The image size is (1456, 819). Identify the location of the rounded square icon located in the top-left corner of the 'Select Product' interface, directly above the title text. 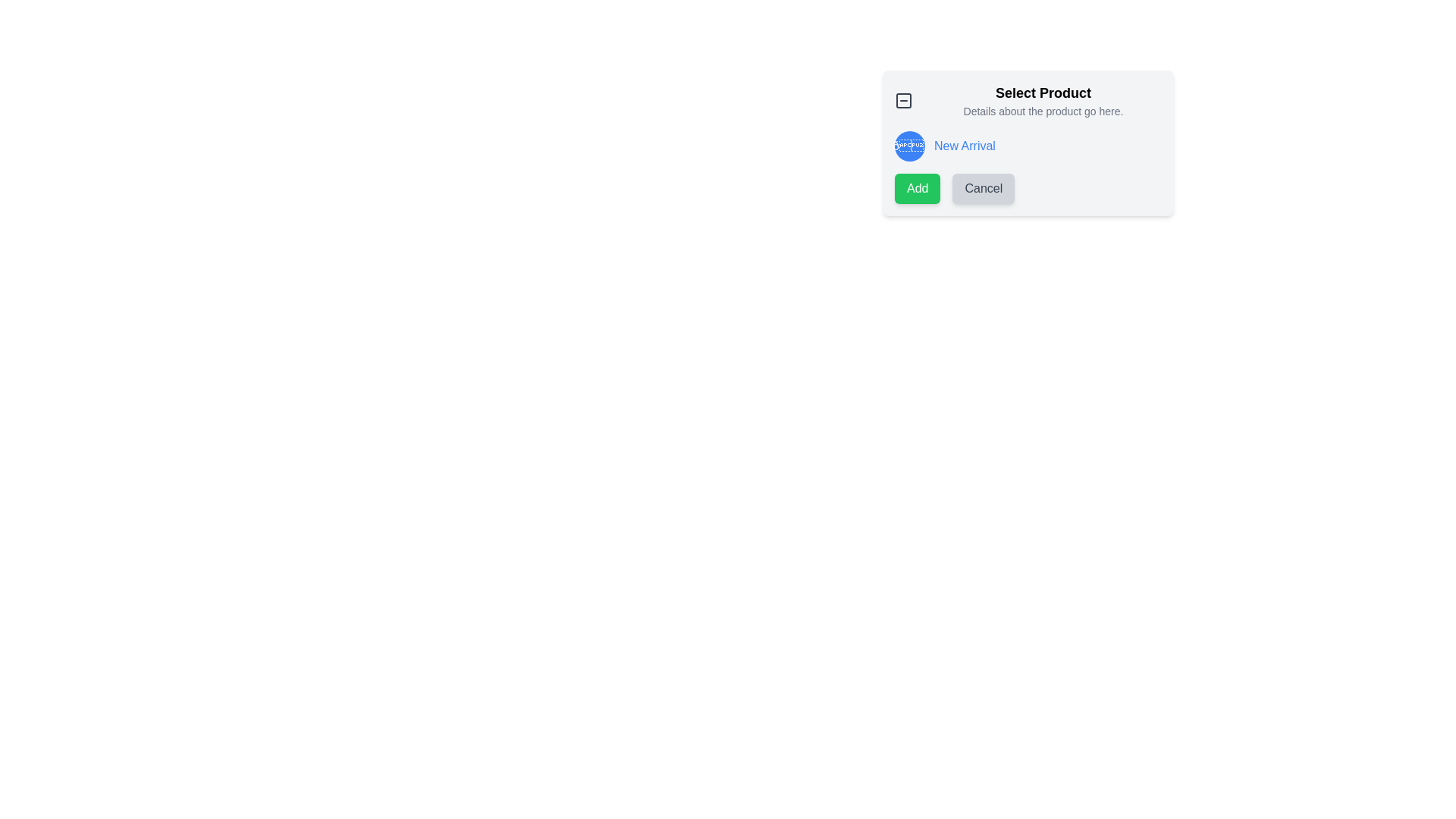
(903, 100).